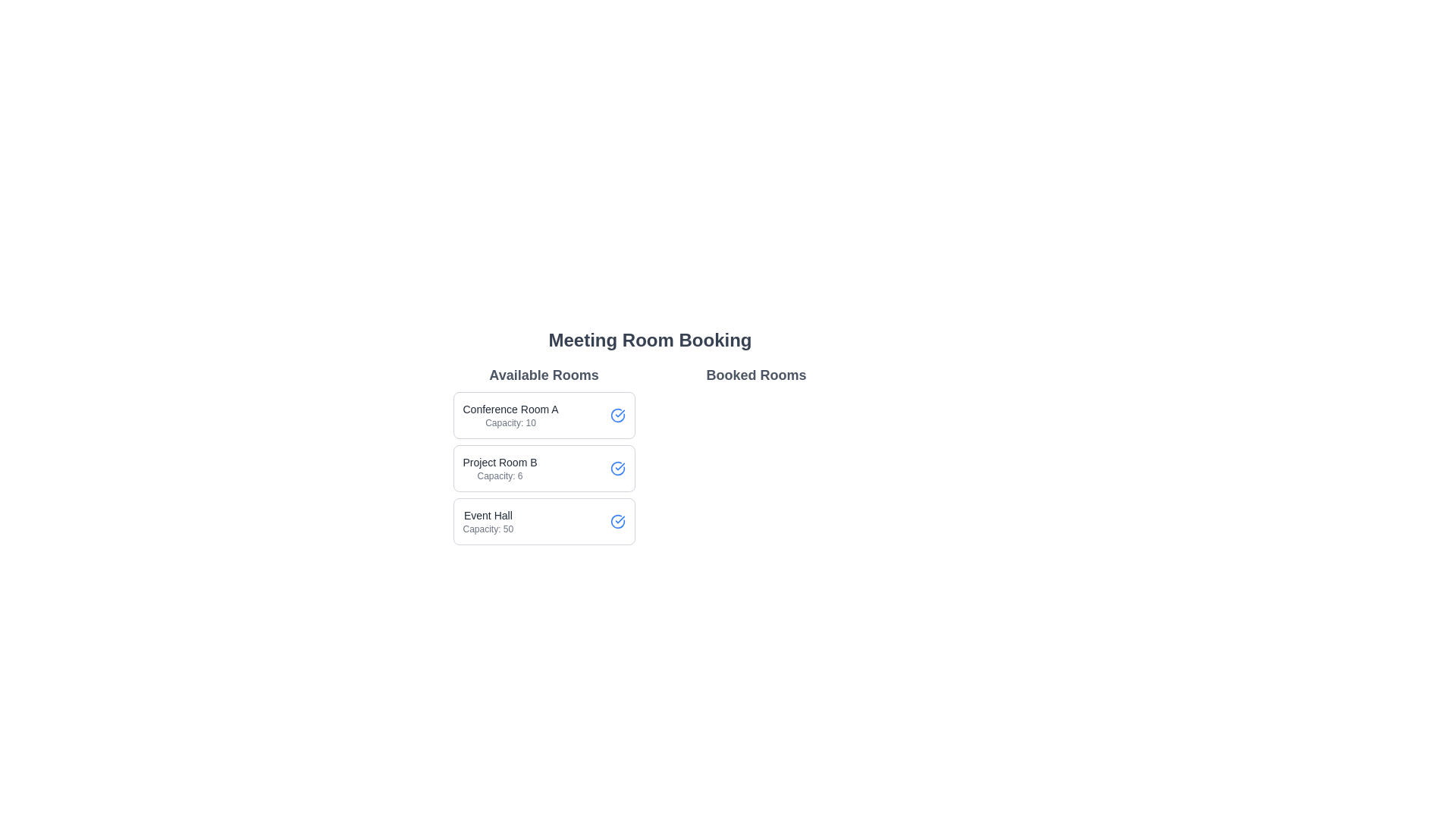 The height and width of the screenshot is (819, 1456). What do you see at coordinates (650, 454) in the screenshot?
I see `the interactive icons in the room rows within the 'Available Rooms' section under the 'Meeting Room Booking' title` at bounding box center [650, 454].